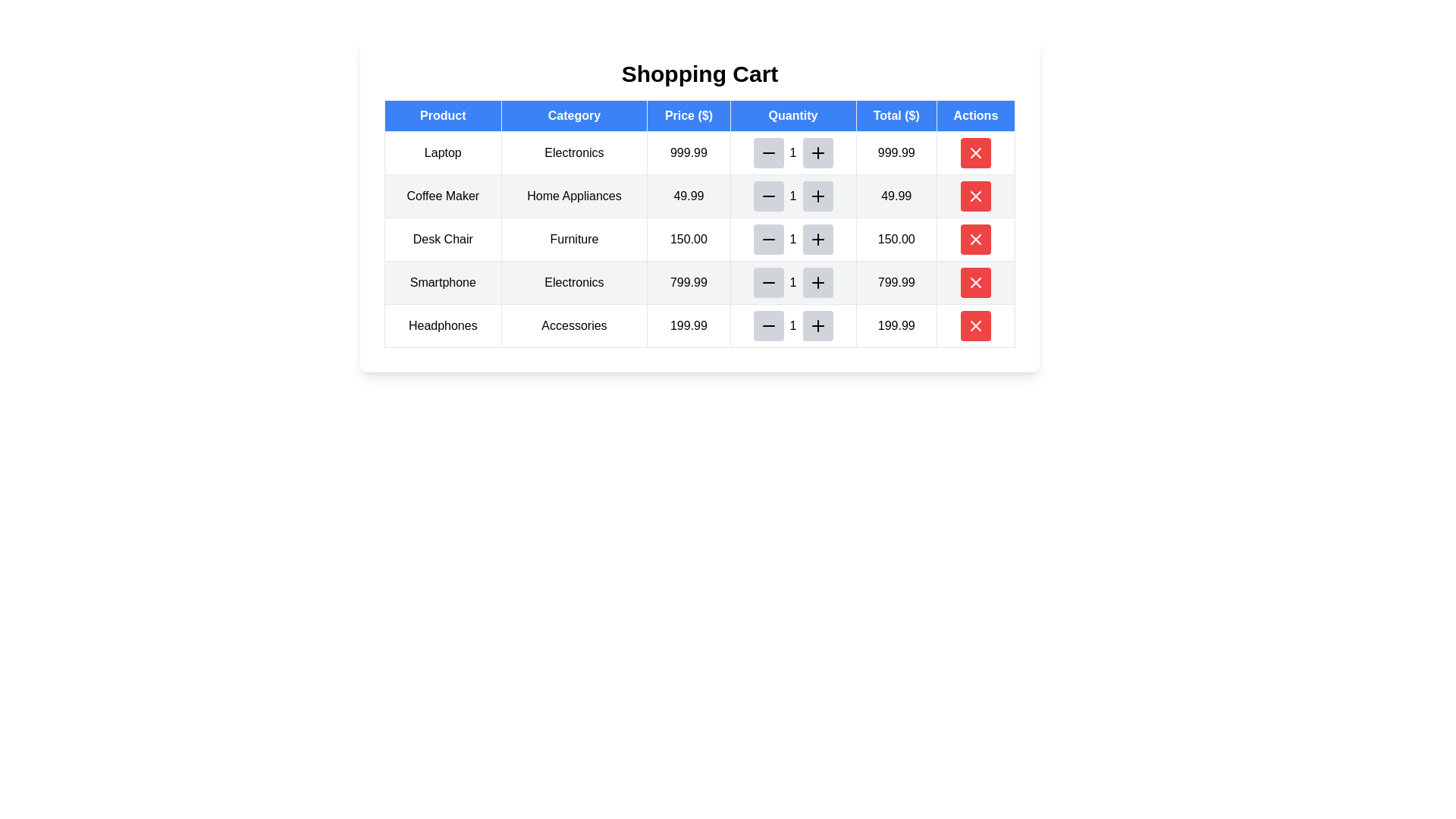 The height and width of the screenshot is (819, 1456). What do you see at coordinates (975, 195) in the screenshot?
I see `the button located at the far right of the second row in the shopping cart` at bounding box center [975, 195].